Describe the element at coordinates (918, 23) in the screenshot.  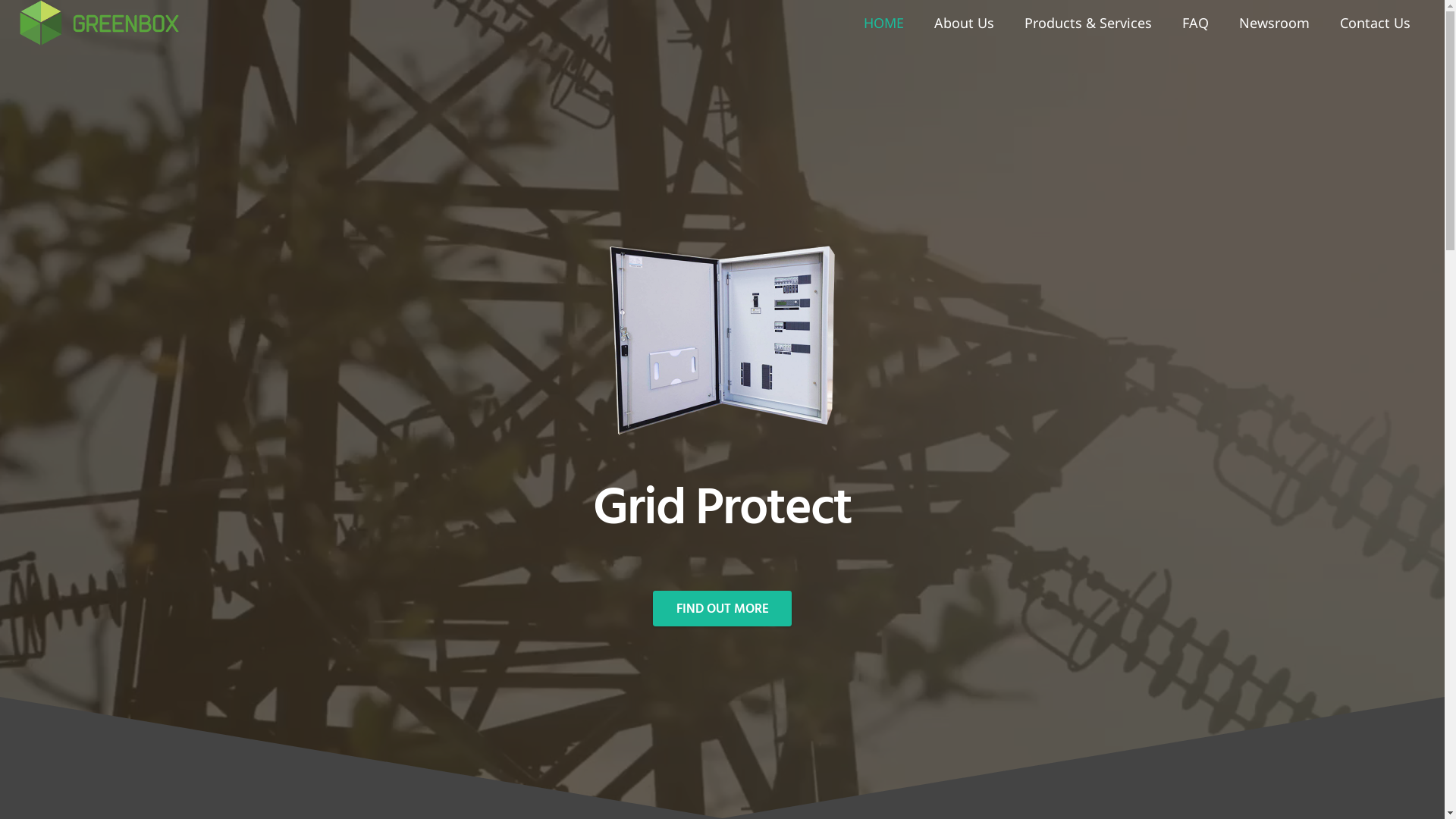
I see `'About Us'` at that location.